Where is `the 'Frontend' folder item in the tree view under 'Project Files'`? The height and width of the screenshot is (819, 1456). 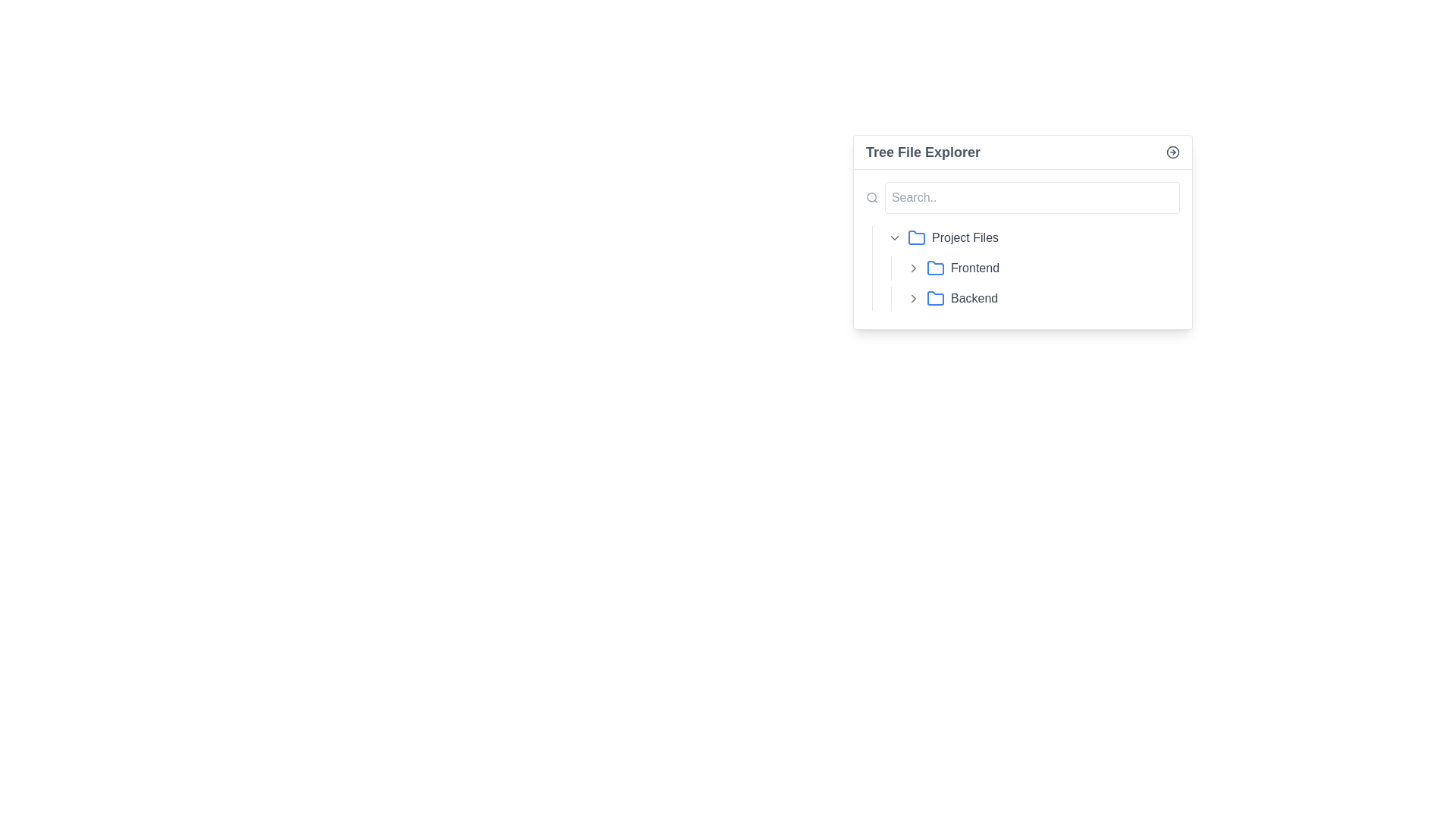 the 'Frontend' folder item in the tree view under 'Project Files' is located at coordinates (1034, 268).